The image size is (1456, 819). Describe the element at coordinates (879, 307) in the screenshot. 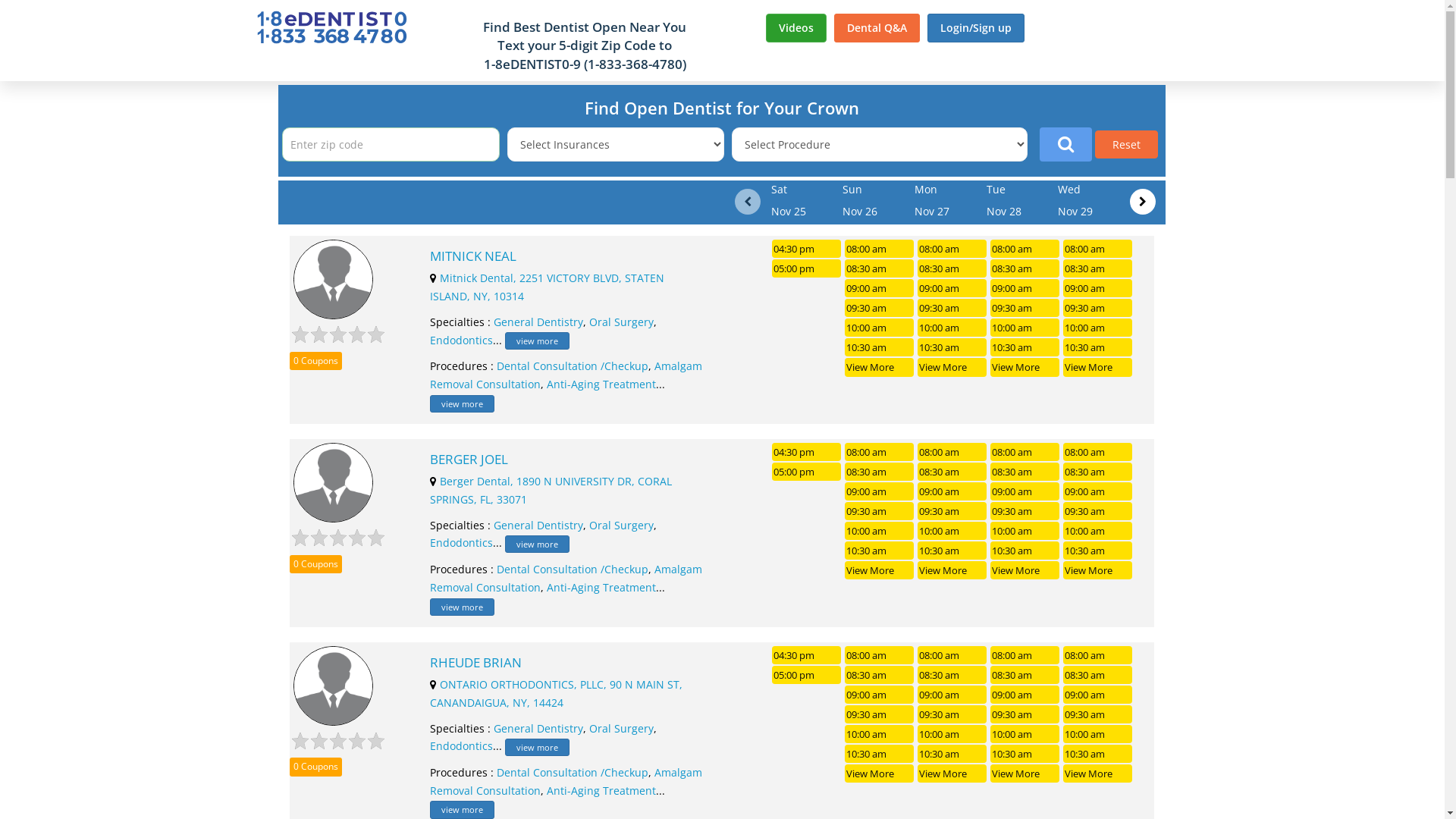

I see `'09:30 am'` at that location.